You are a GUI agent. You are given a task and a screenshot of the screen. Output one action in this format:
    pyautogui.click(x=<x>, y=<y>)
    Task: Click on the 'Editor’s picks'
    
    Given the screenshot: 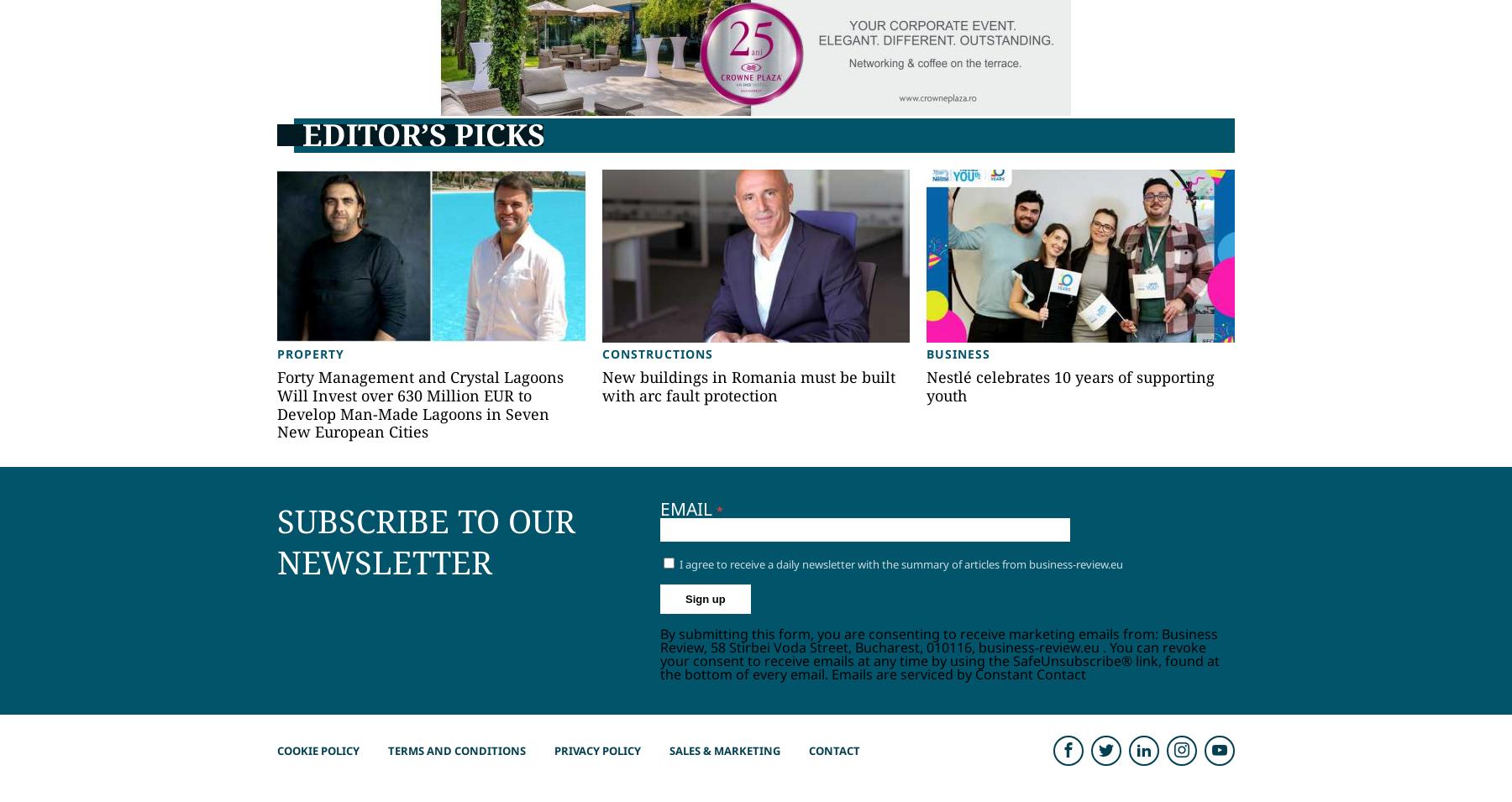 What is the action you would take?
    pyautogui.click(x=423, y=134)
    